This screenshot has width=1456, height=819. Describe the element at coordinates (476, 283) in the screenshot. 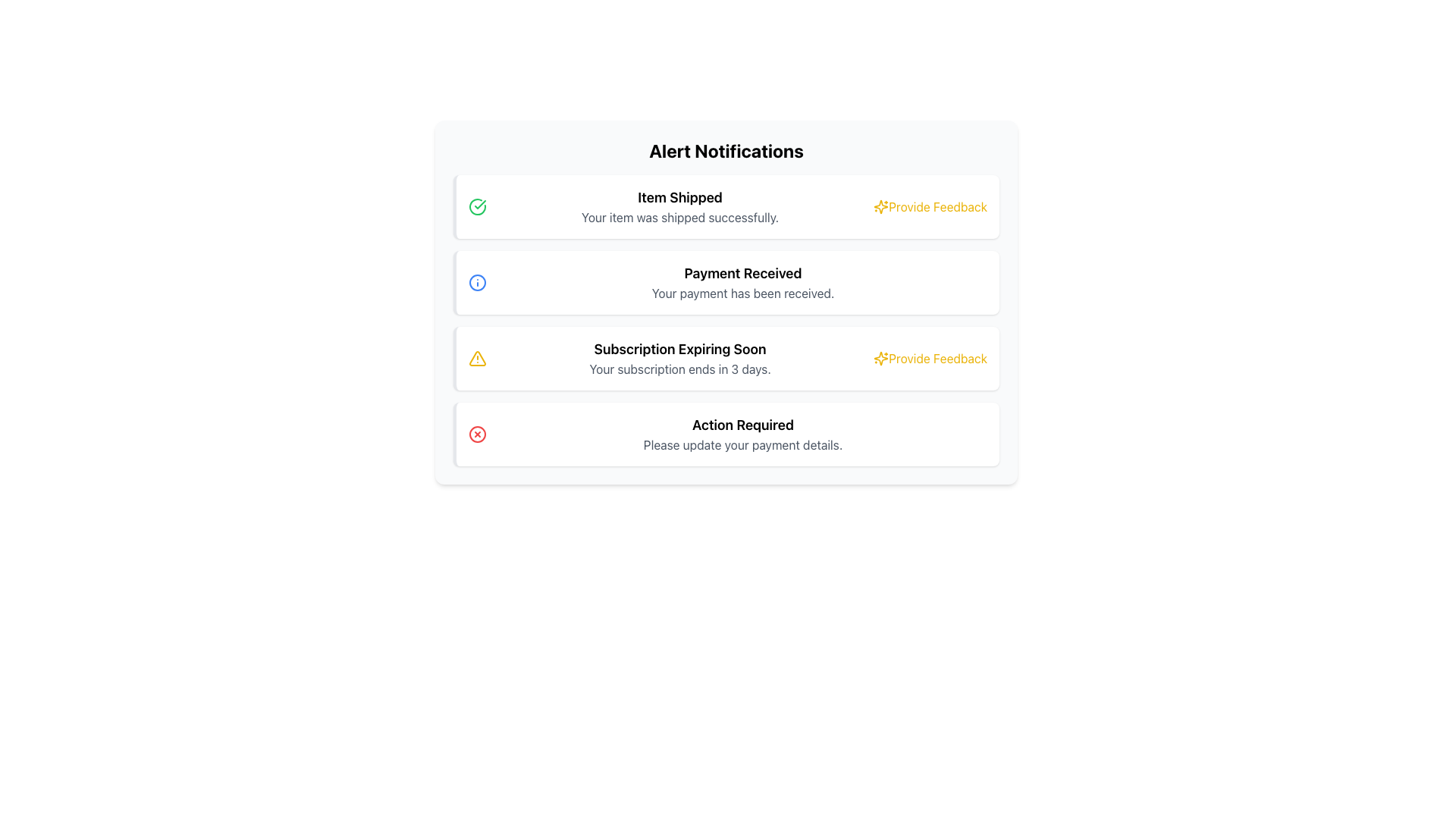

I see `the primary icon located at the upper-left section of the 'Payment Received' card in the 'Alert Notifications' list` at that location.